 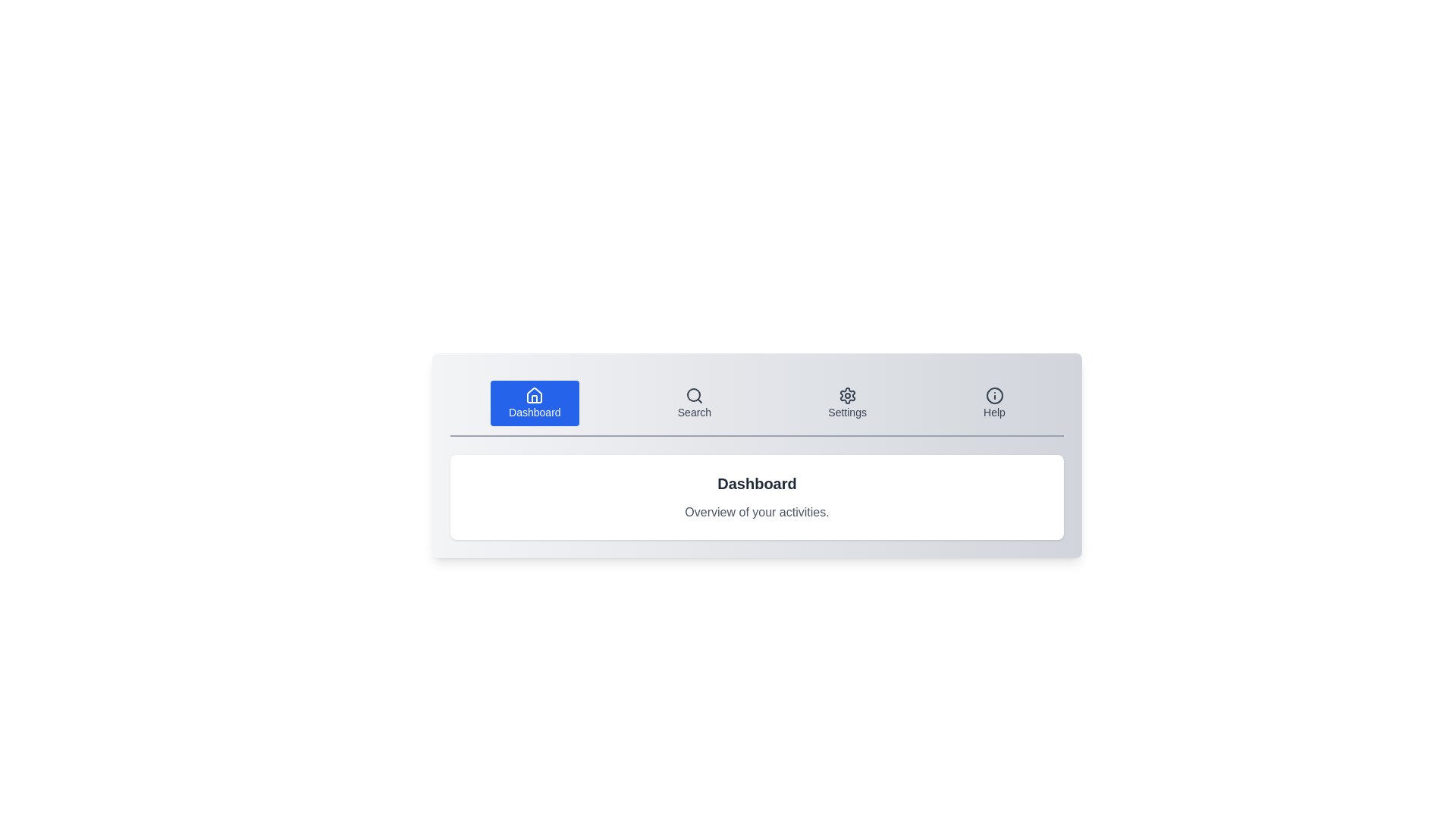 I want to click on the Dashboard tab by clicking its corresponding button, so click(x=535, y=403).